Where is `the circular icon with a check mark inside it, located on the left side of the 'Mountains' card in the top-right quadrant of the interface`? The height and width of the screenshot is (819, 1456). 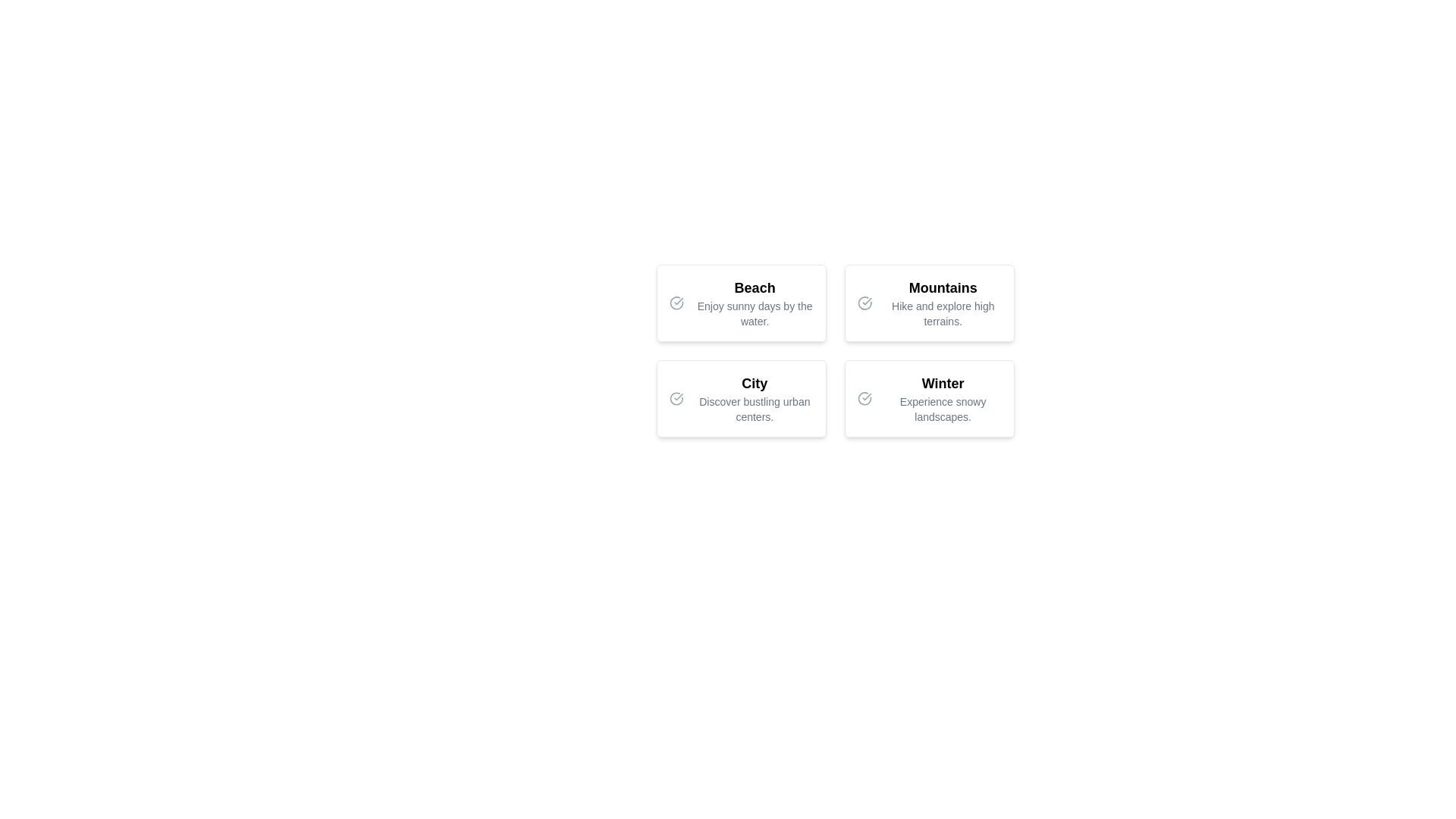
the circular icon with a check mark inside it, located on the left side of the 'Mountains' card in the top-right quadrant of the interface is located at coordinates (864, 303).